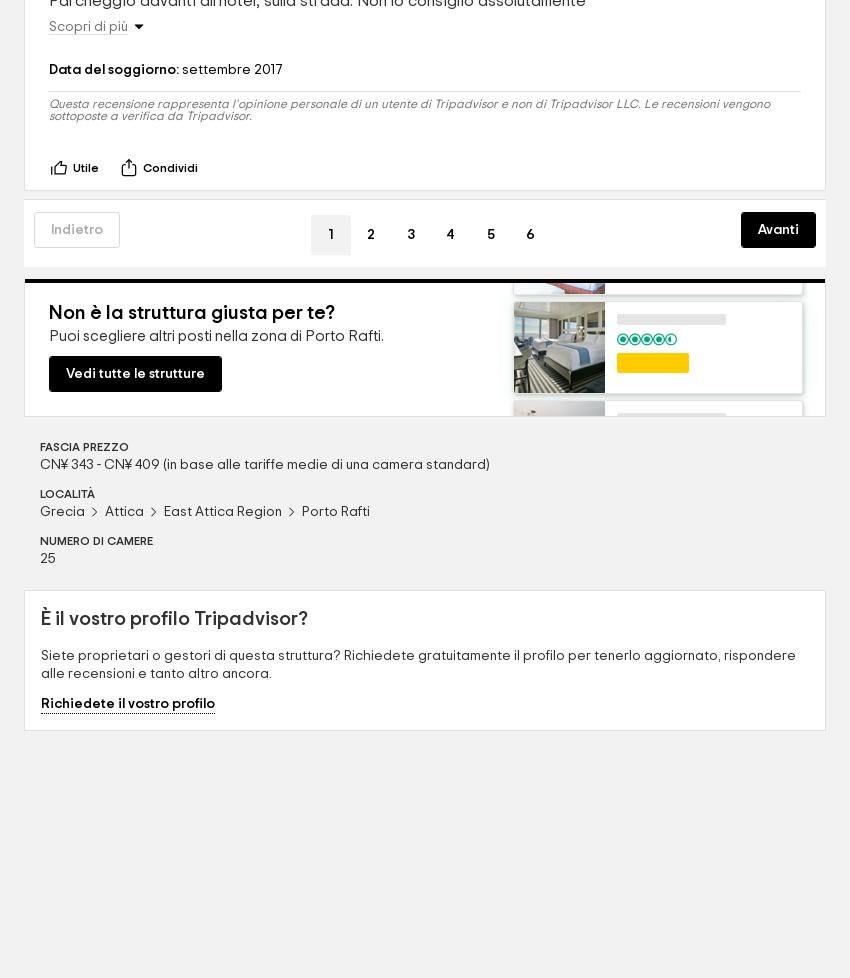  What do you see at coordinates (95, 541) in the screenshot?
I see `'NUMERO DI CAMERE'` at bounding box center [95, 541].